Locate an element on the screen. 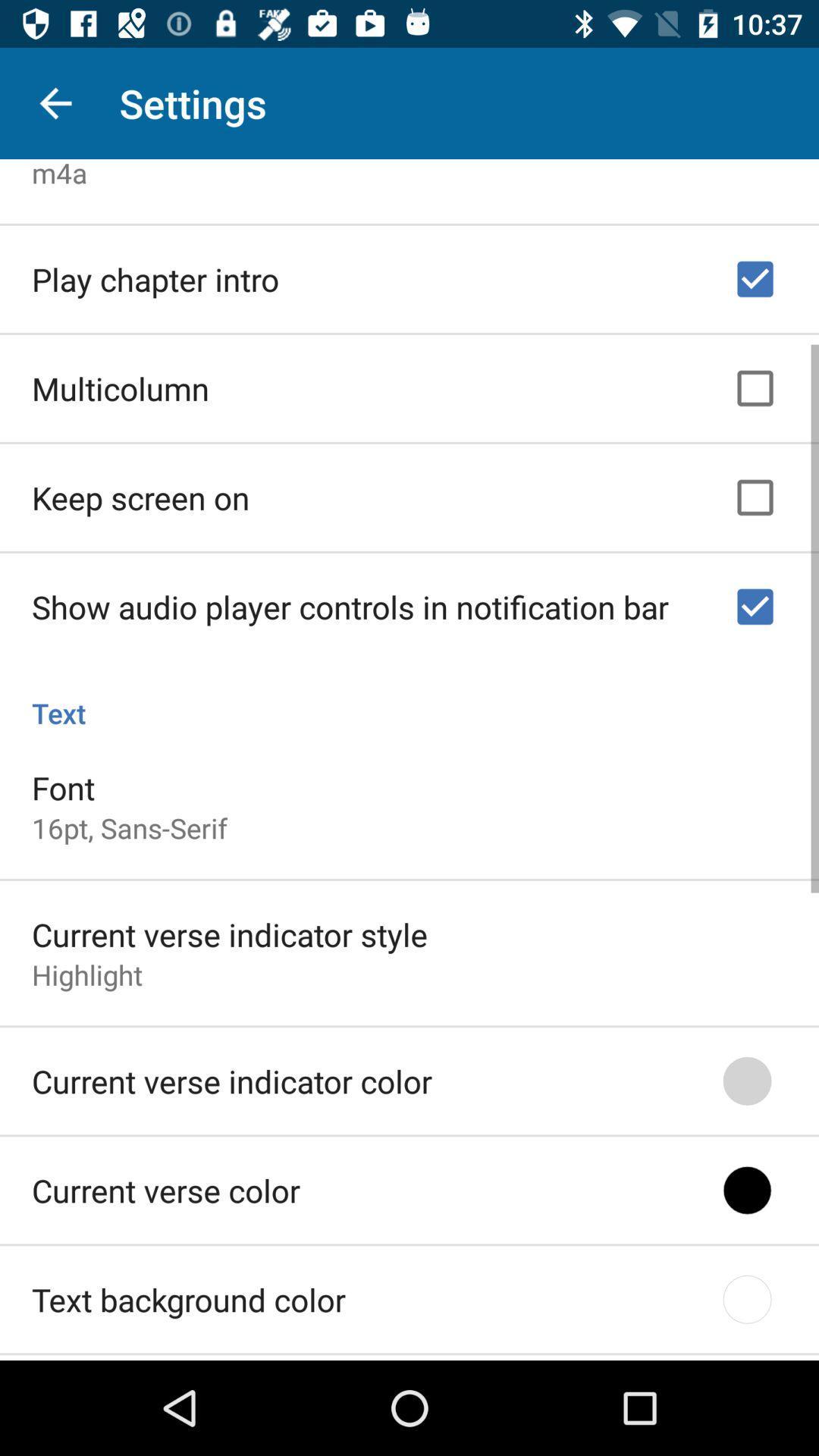  the font icon is located at coordinates (62, 783).